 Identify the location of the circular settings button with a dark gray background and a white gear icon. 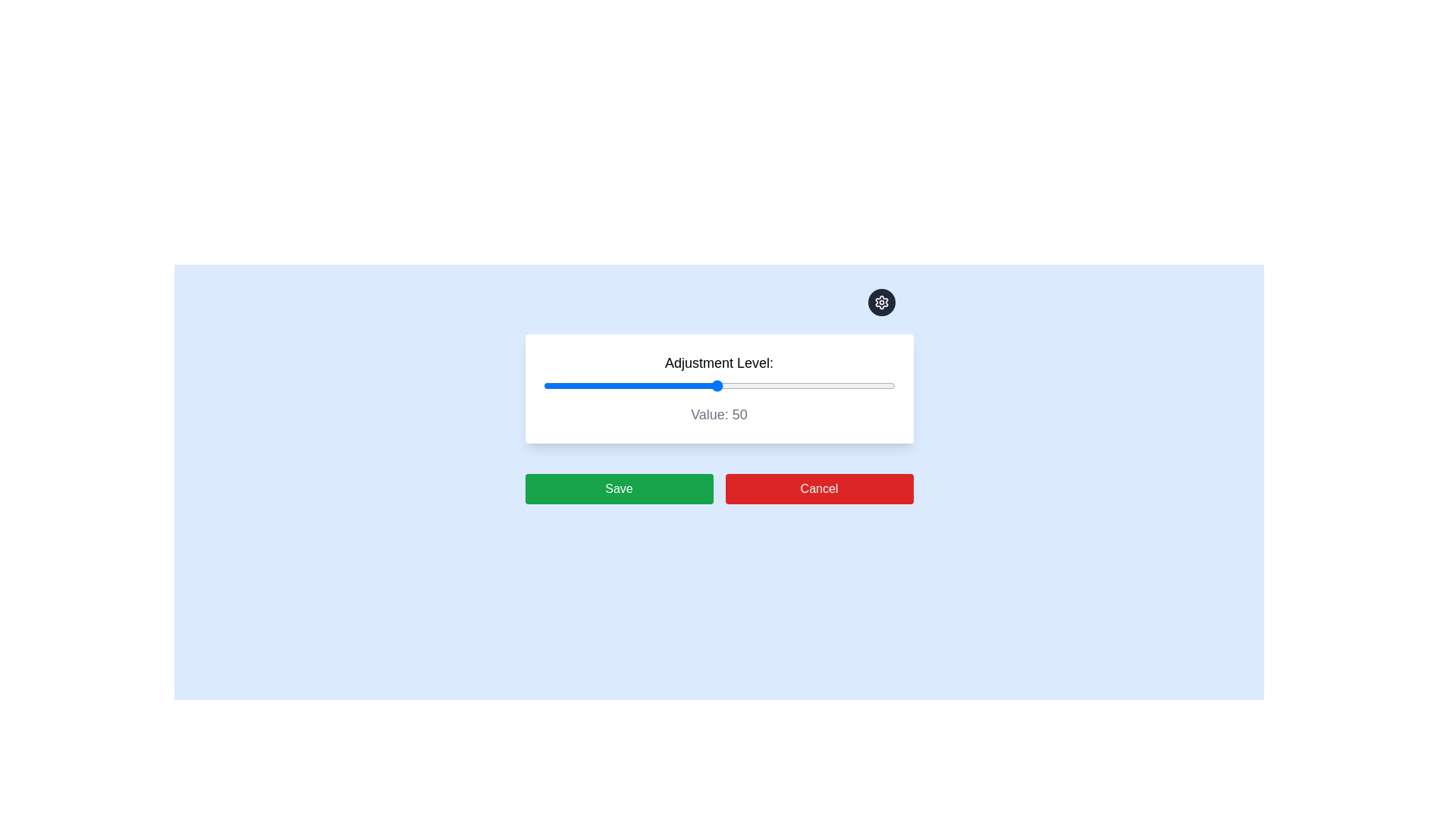
(881, 302).